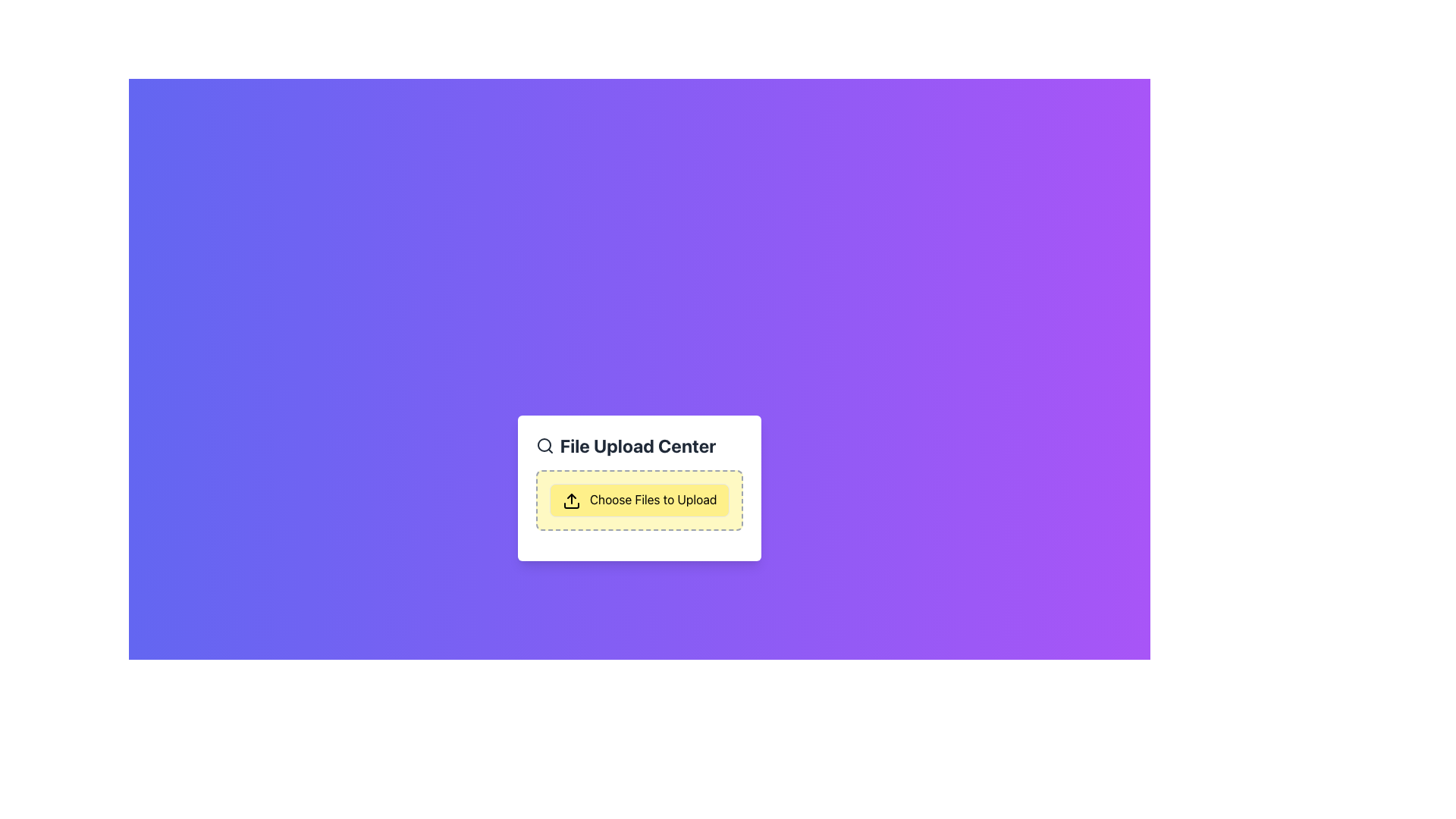  Describe the element at coordinates (570, 500) in the screenshot. I see `the upload arrow icon, which is part of the 'Choose Files to Upload' button` at that location.